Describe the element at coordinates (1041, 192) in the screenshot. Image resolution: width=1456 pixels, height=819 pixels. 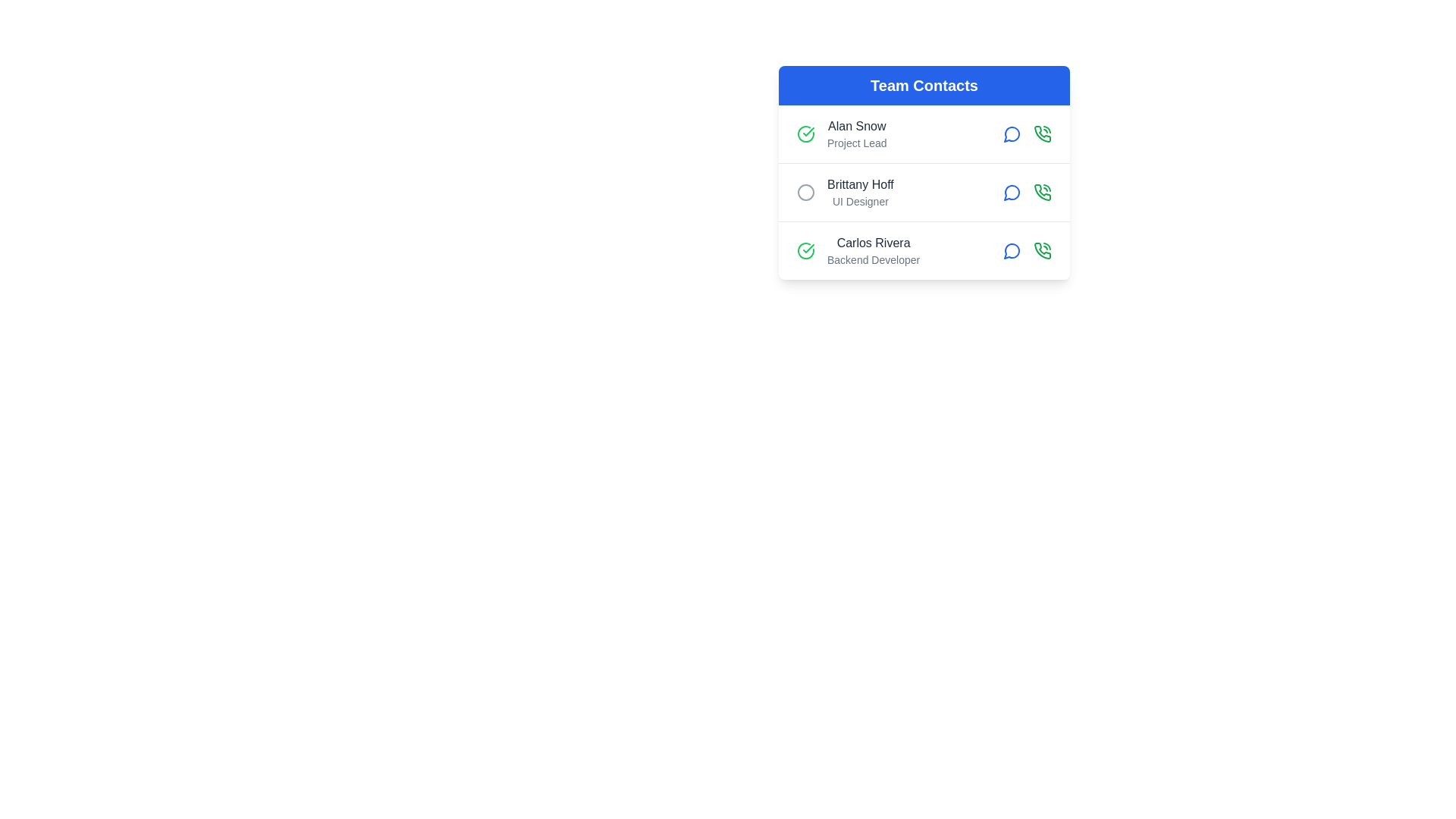
I see `the call icon for Brittany Hoff` at that location.